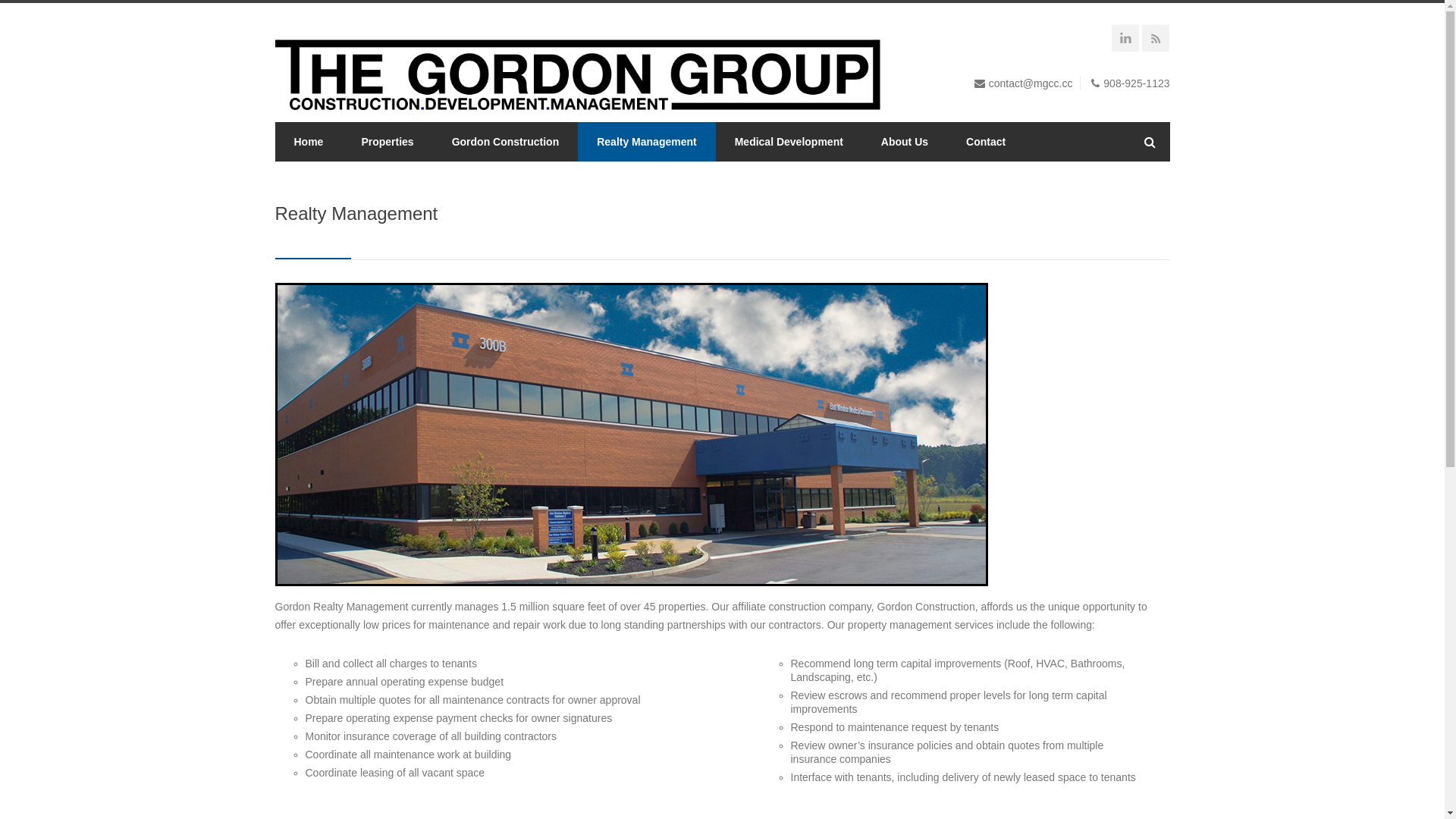 The image size is (1456, 819). What do you see at coordinates (1128, 39) in the screenshot?
I see `'LinkedIN'` at bounding box center [1128, 39].